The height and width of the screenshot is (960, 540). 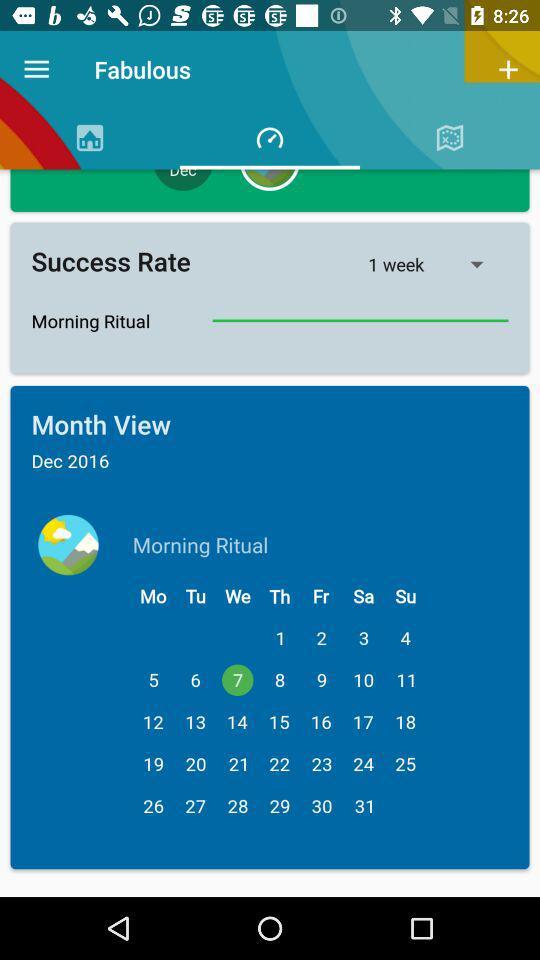 I want to click on plus icon, so click(x=508, y=69).